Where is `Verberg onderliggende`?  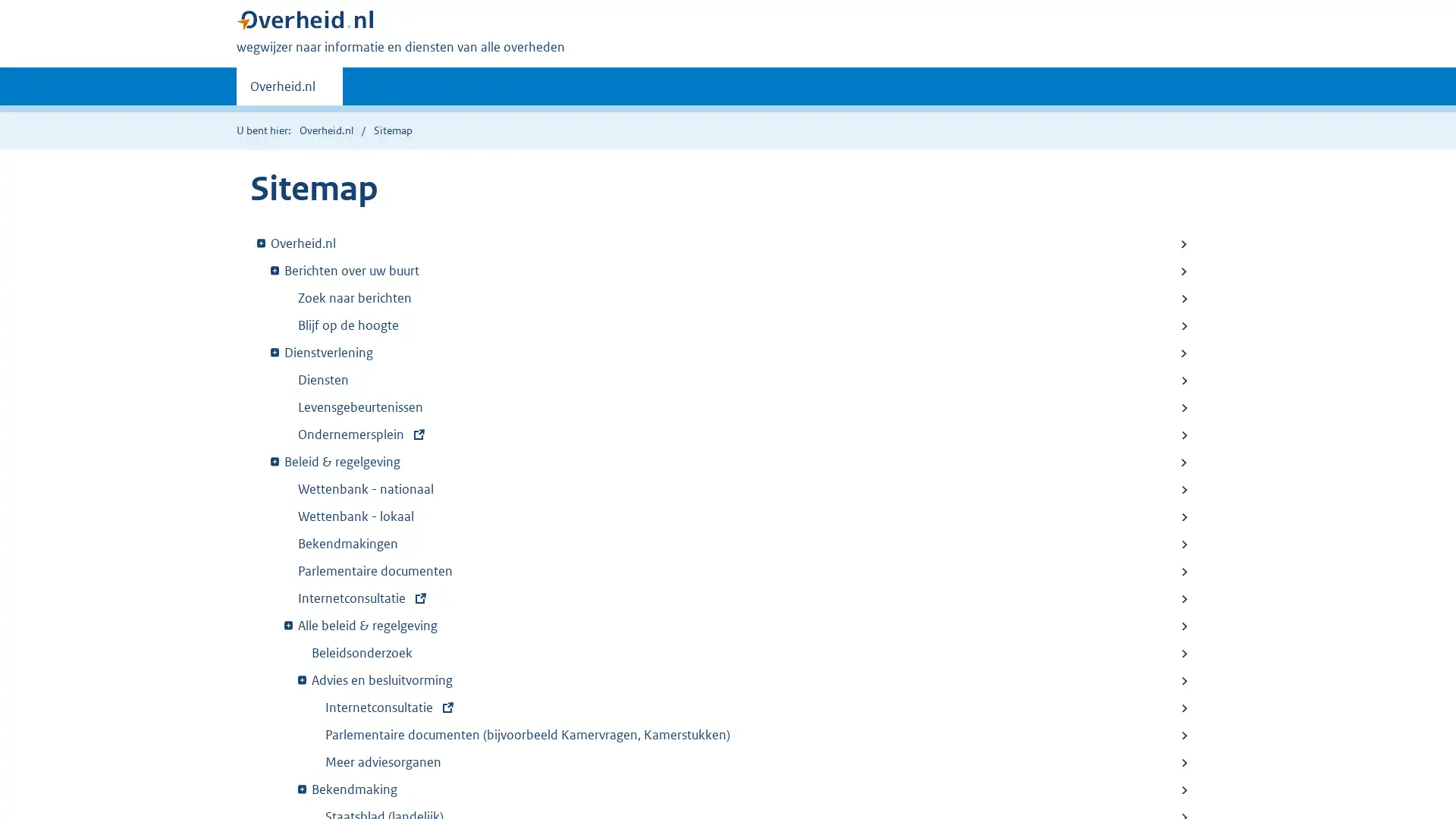 Verberg onderliggende is located at coordinates (302, 678).